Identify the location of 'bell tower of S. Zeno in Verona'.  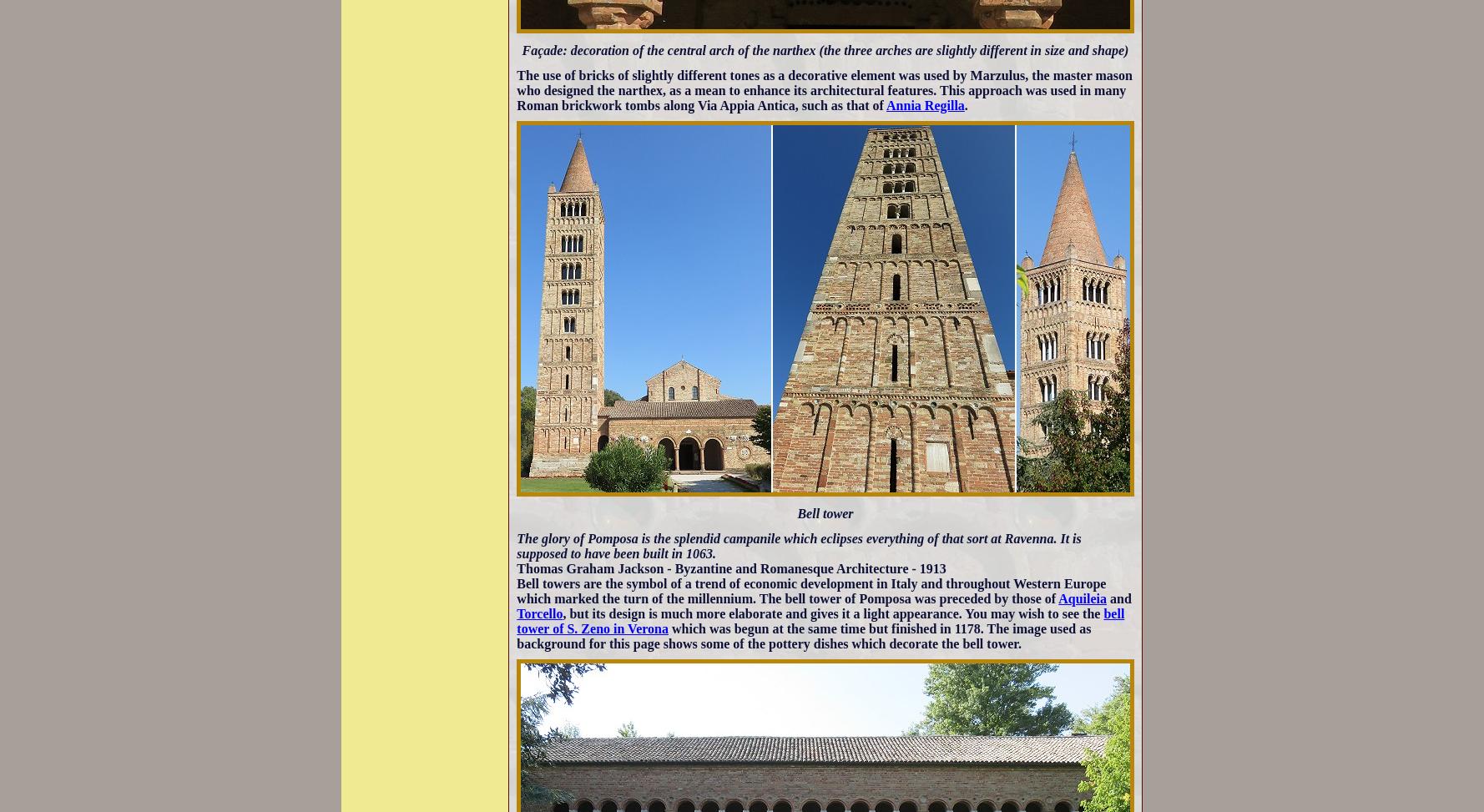
(515, 620).